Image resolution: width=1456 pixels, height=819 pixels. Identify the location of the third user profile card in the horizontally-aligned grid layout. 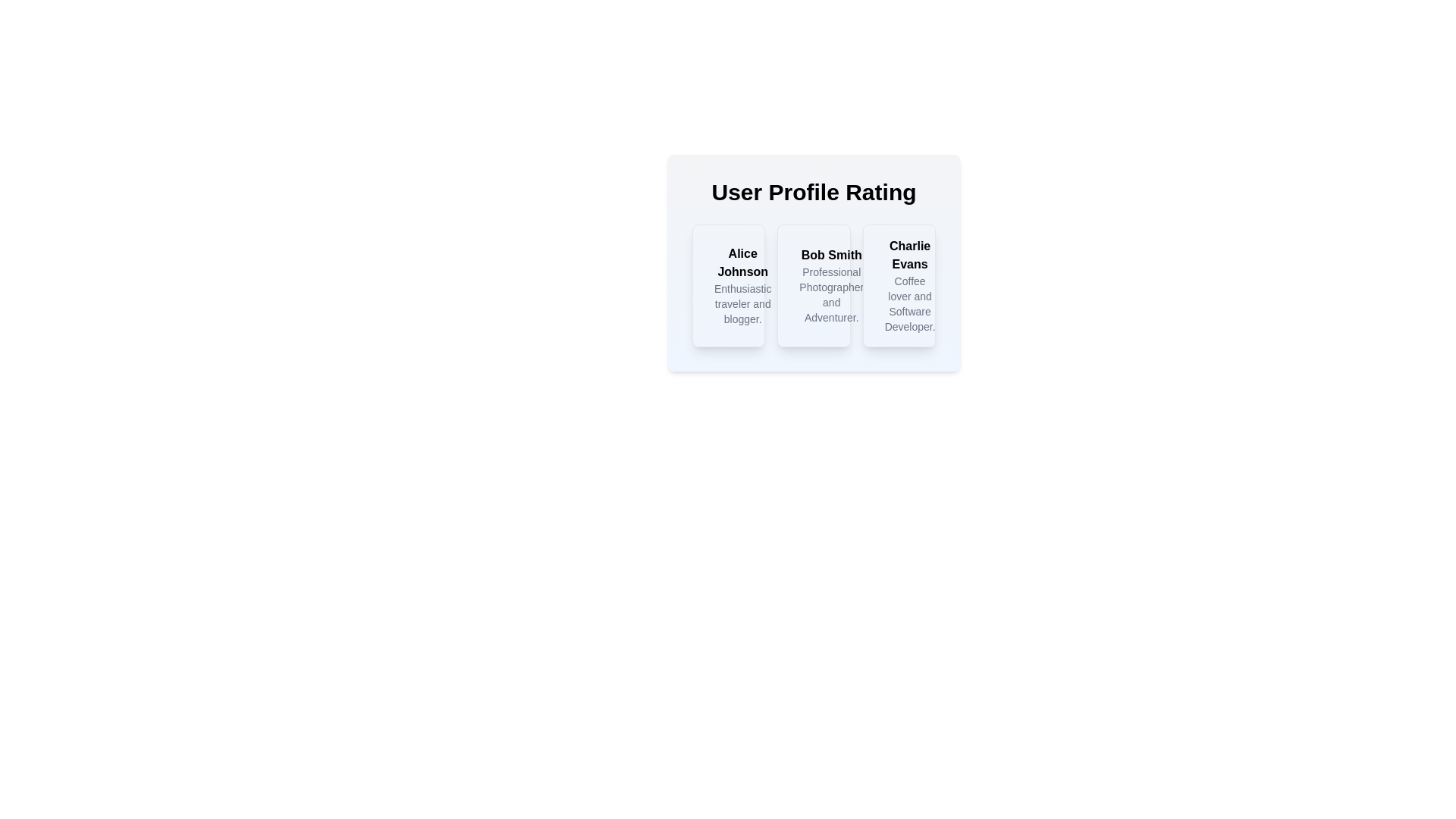
(899, 286).